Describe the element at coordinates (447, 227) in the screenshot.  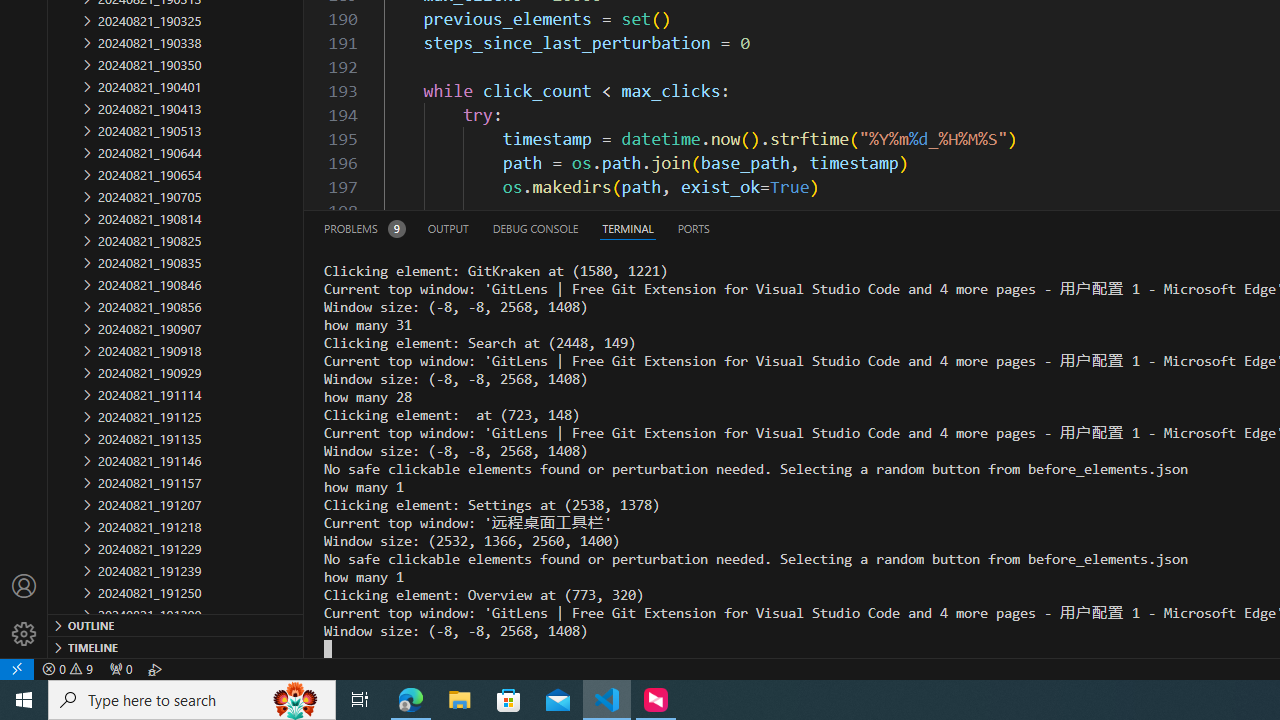
I see `'Output (Ctrl+Shift+U)'` at that location.